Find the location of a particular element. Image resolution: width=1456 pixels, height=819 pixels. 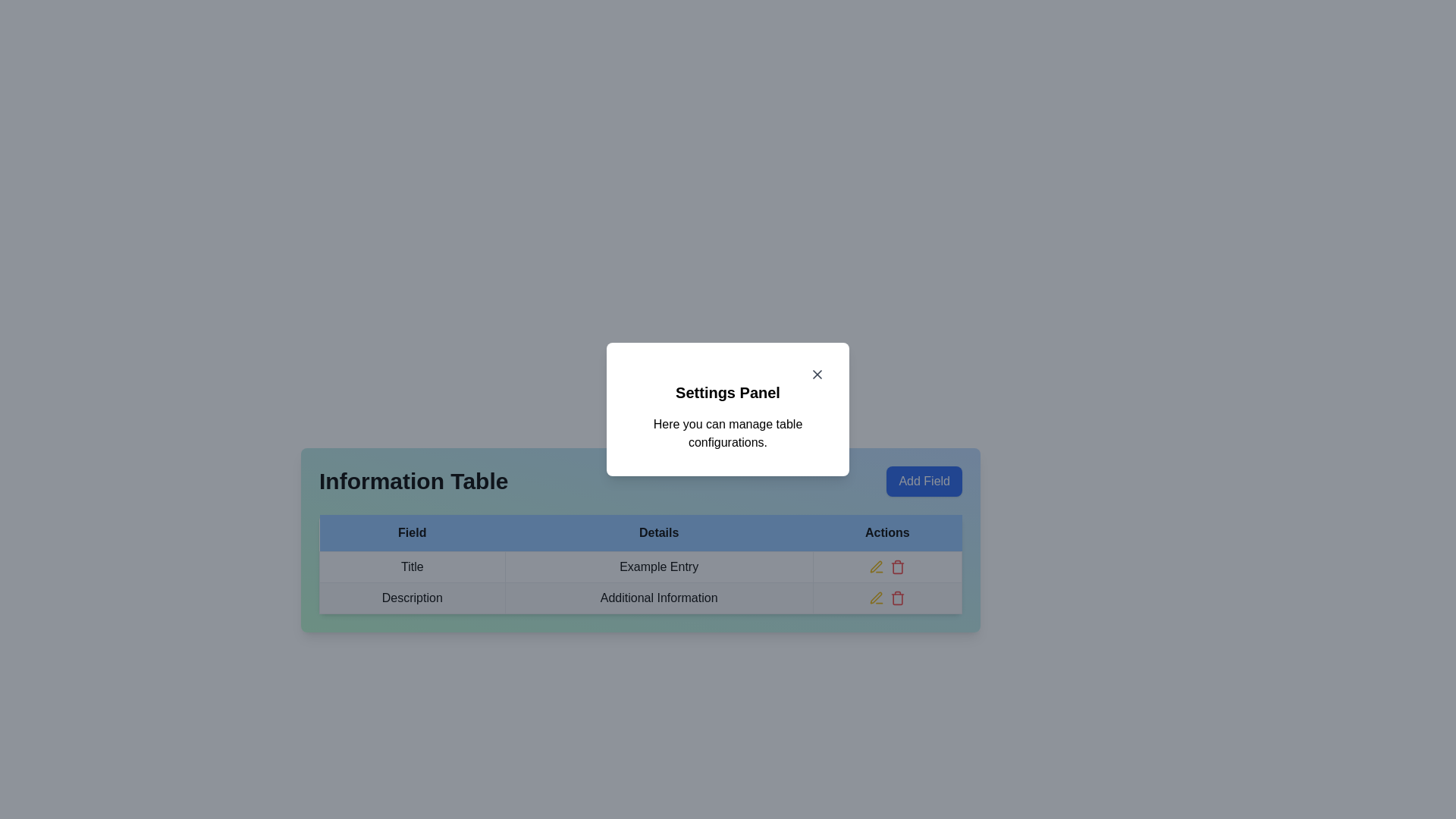

the table cell in the second column of the first data row, which contains the text 'Example Entry' is located at coordinates (659, 567).